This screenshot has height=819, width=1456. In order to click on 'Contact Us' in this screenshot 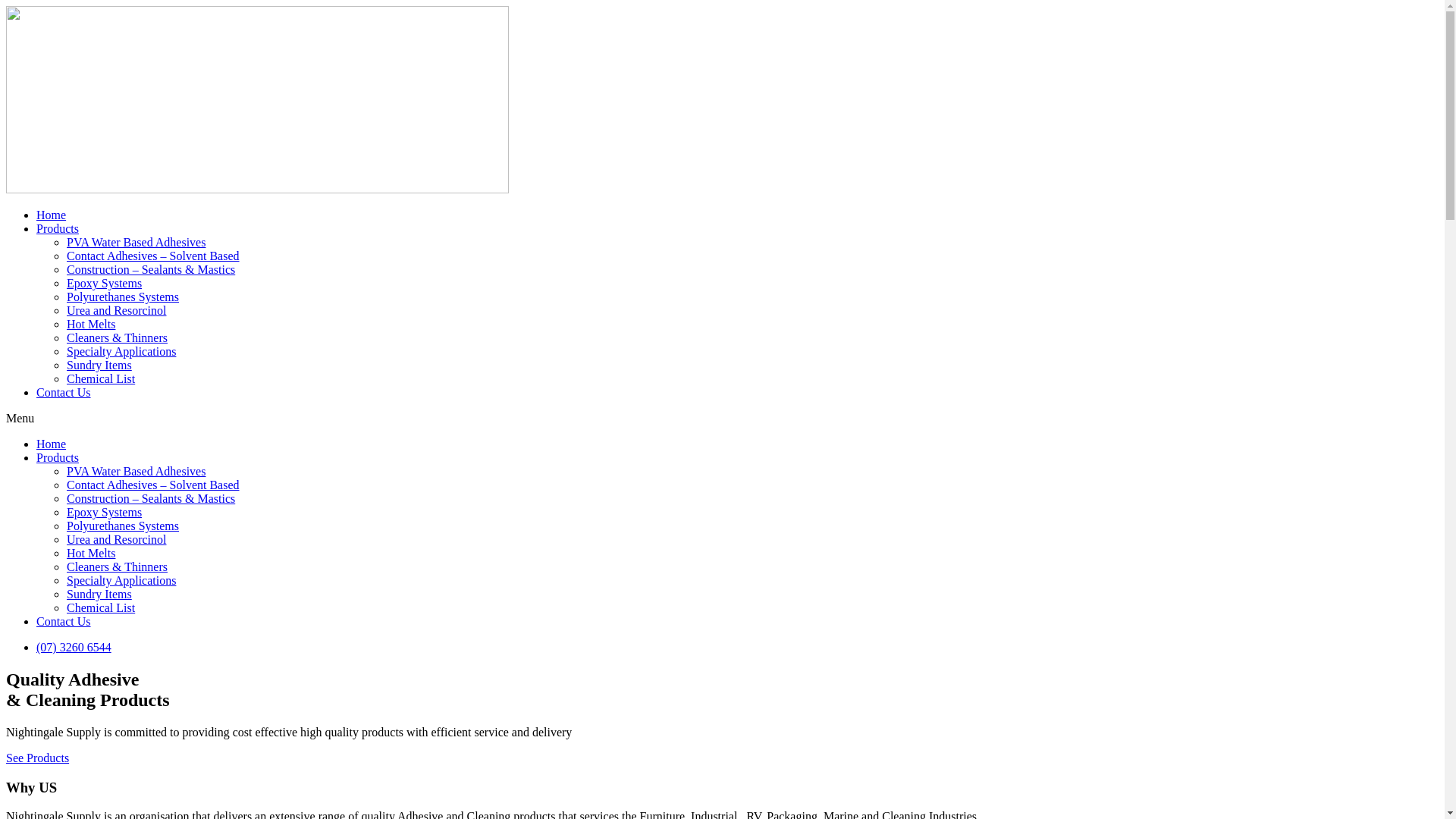, I will do `click(36, 391)`.